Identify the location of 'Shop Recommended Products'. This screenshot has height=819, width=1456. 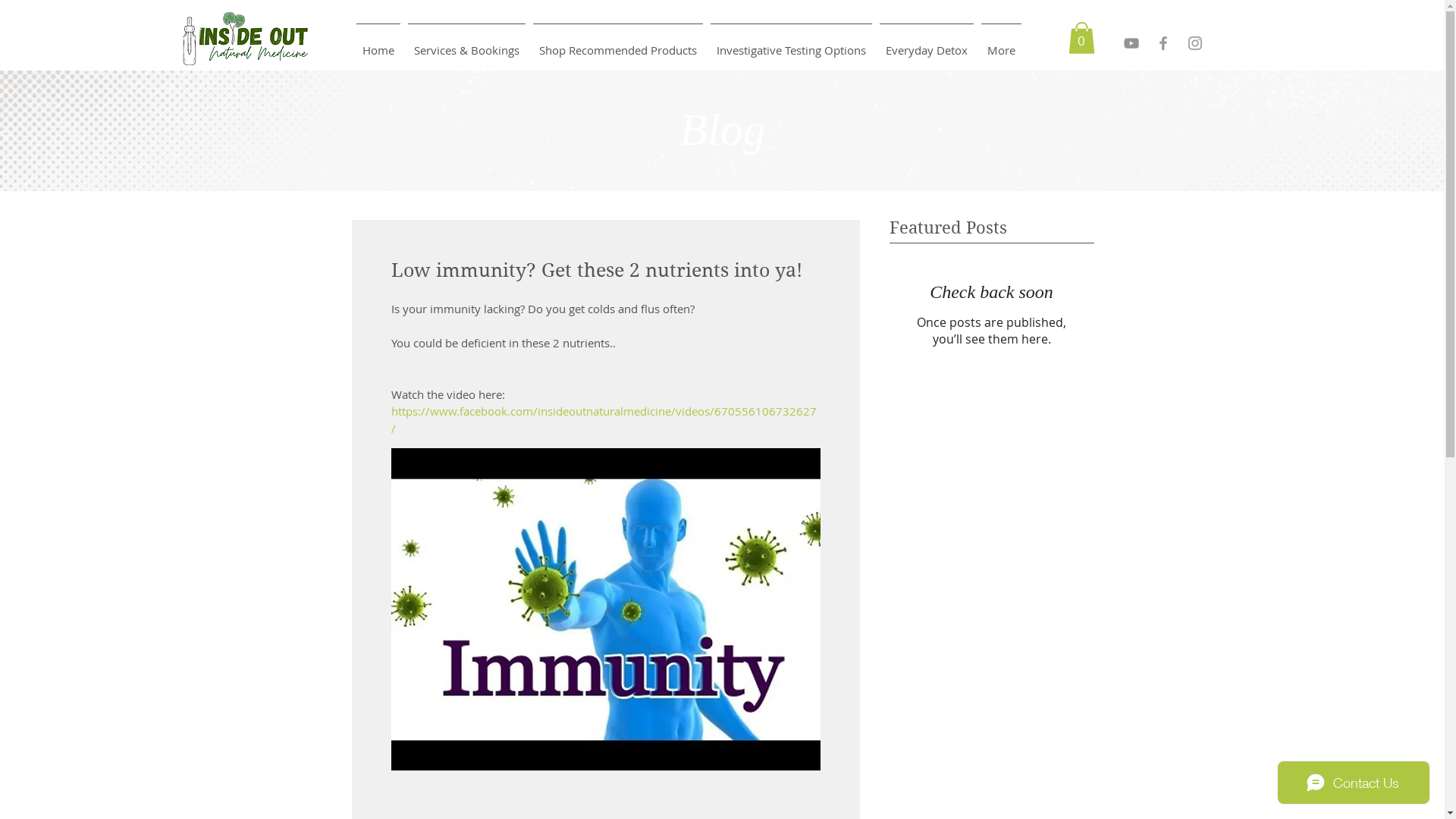
(618, 42).